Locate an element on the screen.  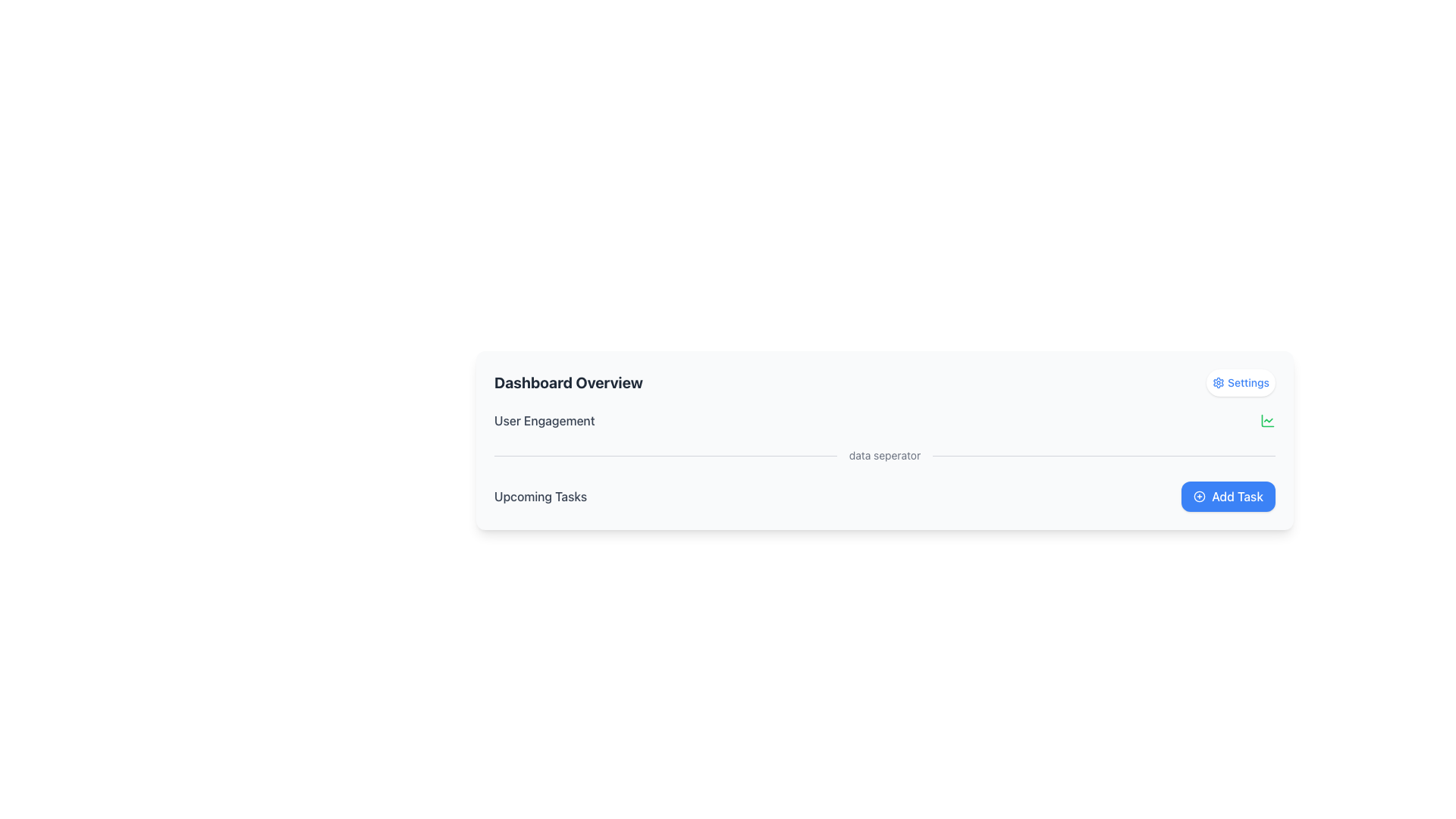
the cogwheel icon with a blue outline located within the white circular button is located at coordinates (1219, 382).